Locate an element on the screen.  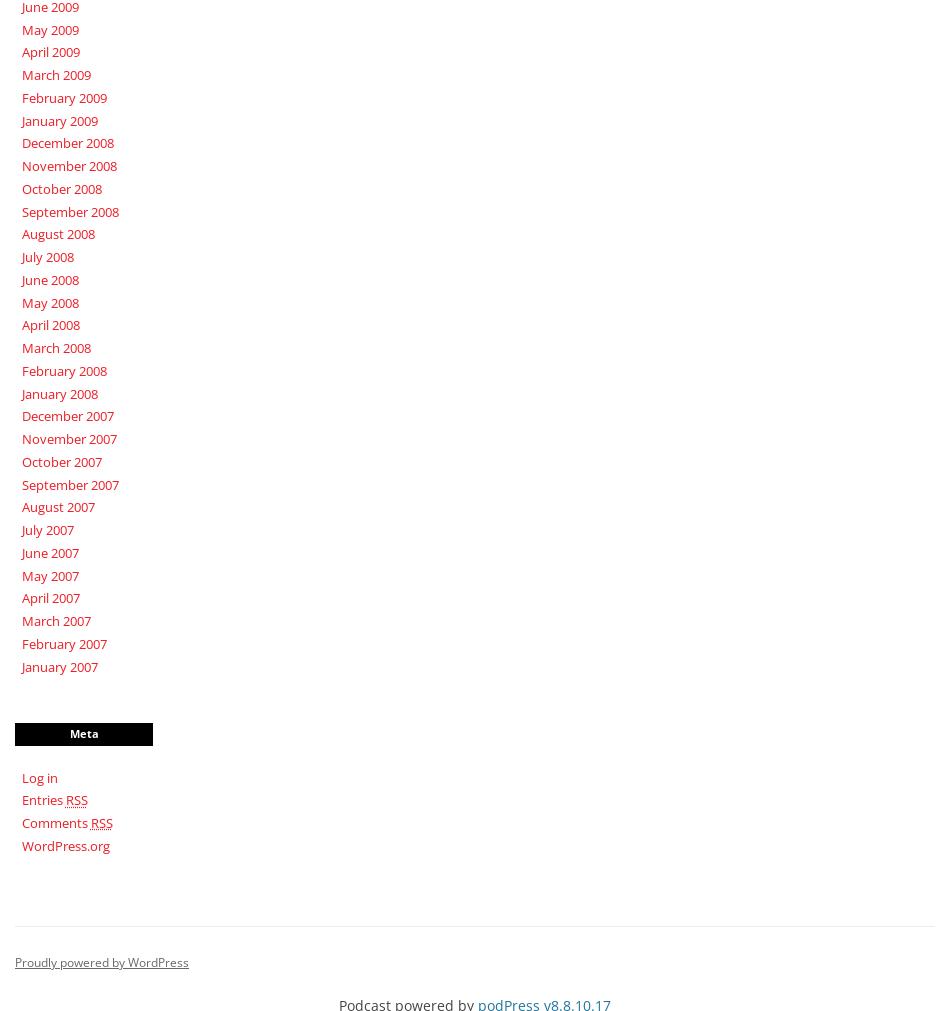
'October 2007' is located at coordinates (60, 460).